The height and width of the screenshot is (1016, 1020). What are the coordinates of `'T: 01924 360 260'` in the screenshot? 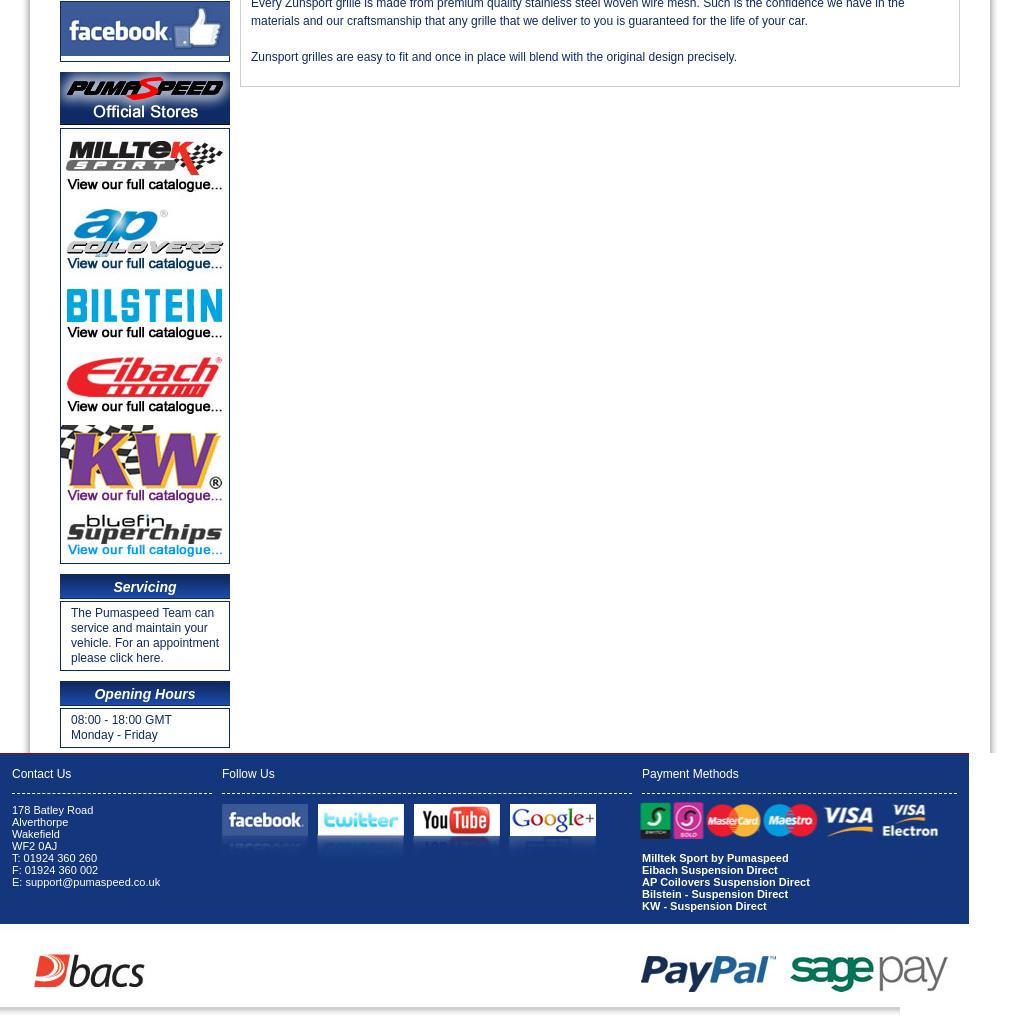 It's located at (54, 858).